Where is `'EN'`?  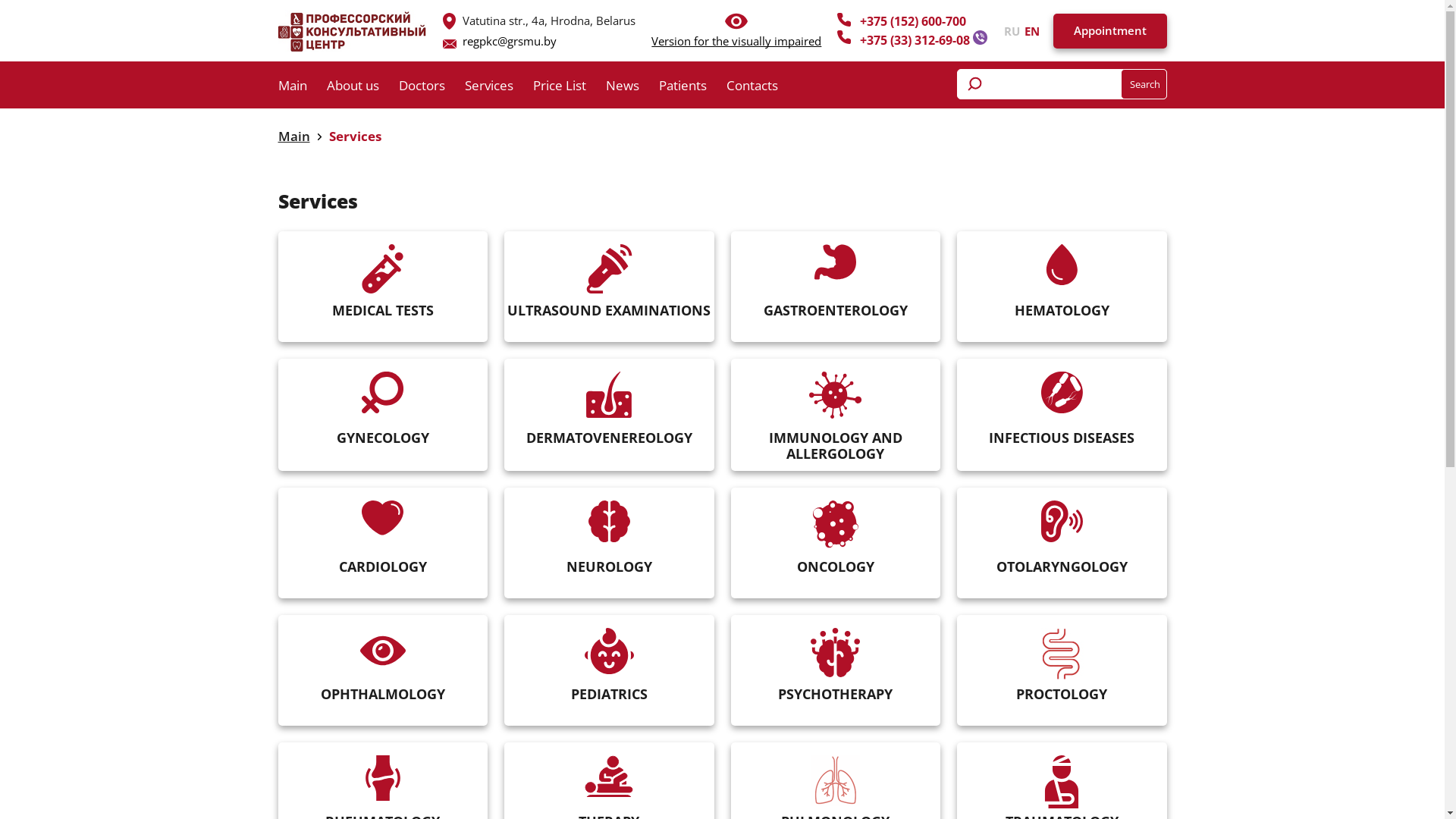 'EN' is located at coordinates (1019, 30).